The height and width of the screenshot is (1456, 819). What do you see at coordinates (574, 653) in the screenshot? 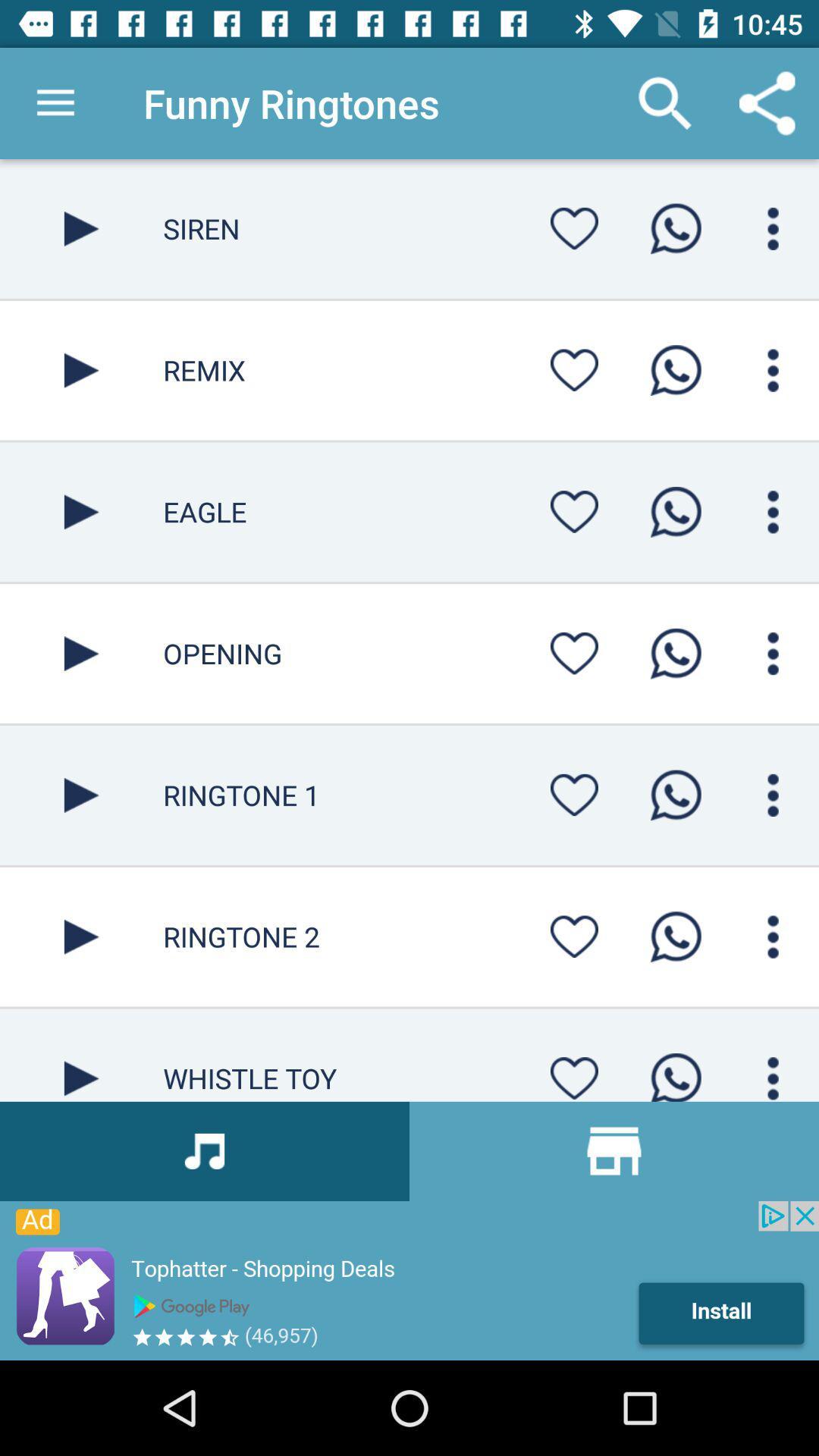
I see `like` at bounding box center [574, 653].